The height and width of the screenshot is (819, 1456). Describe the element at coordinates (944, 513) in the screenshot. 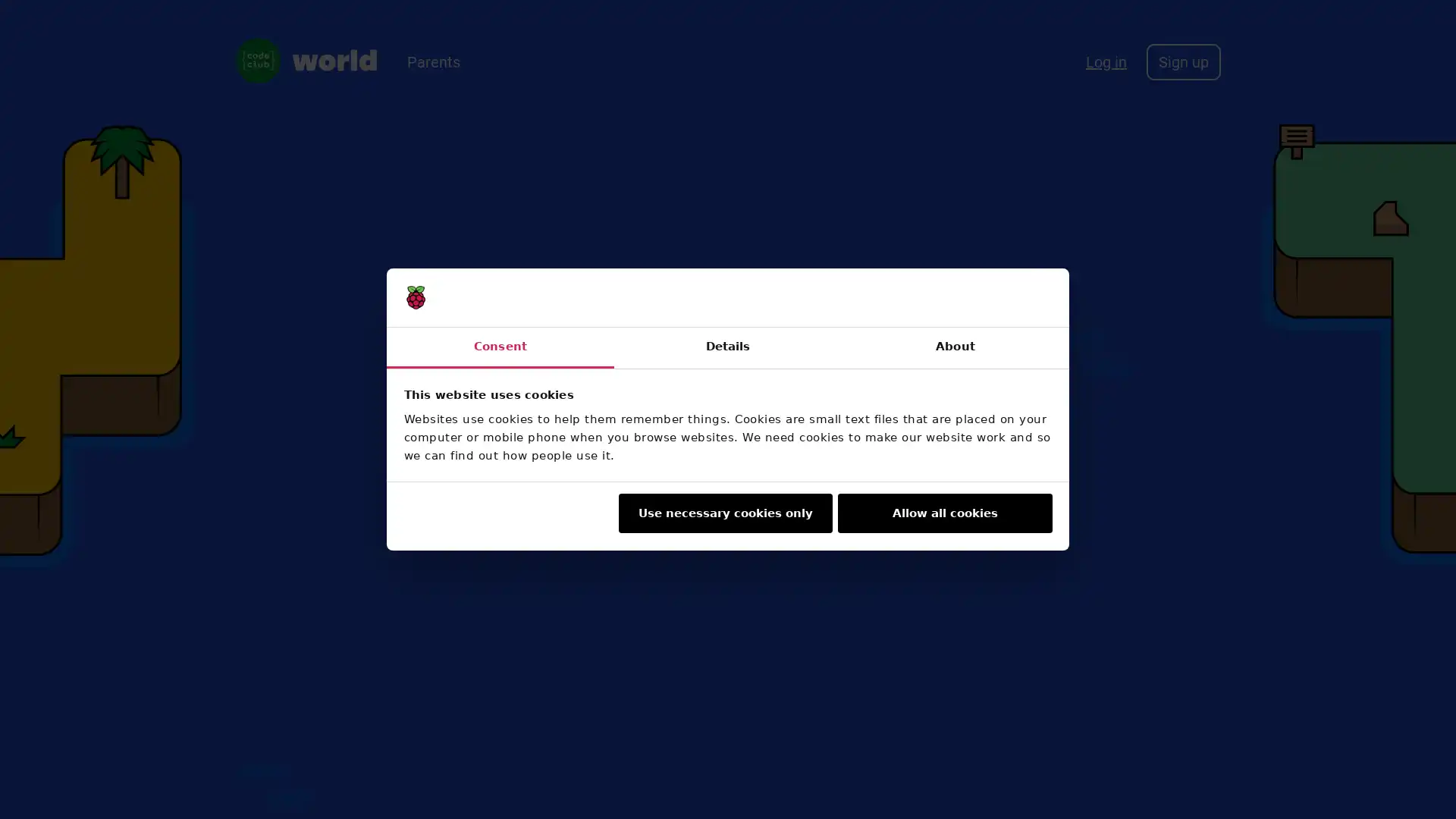

I see `Allow all cookies` at that location.